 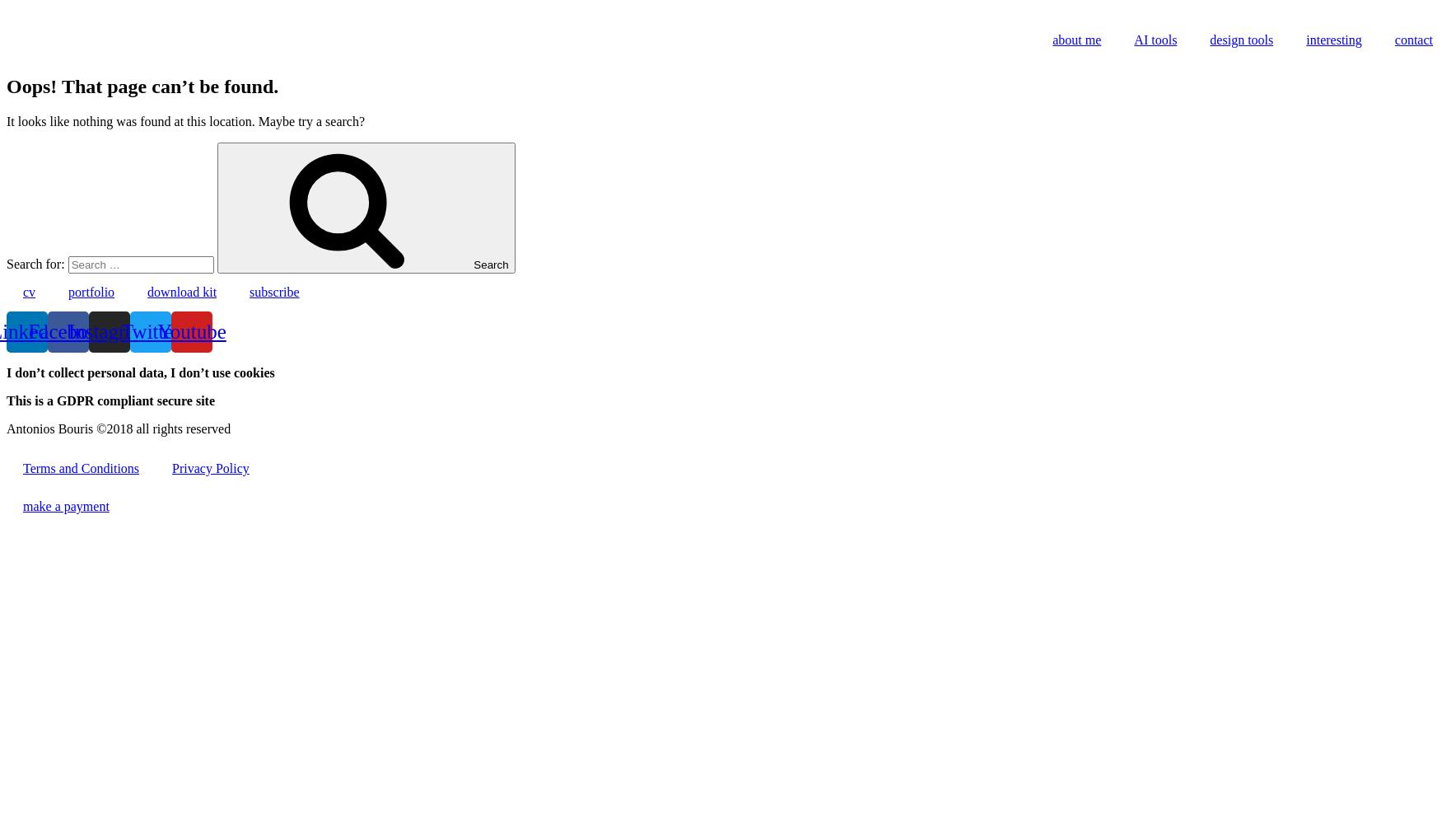 What do you see at coordinates (139, 371) in the screenshot?
I see `'I don’t collect personal data, I don’t use cookies'` at bounding box center [139, 371].